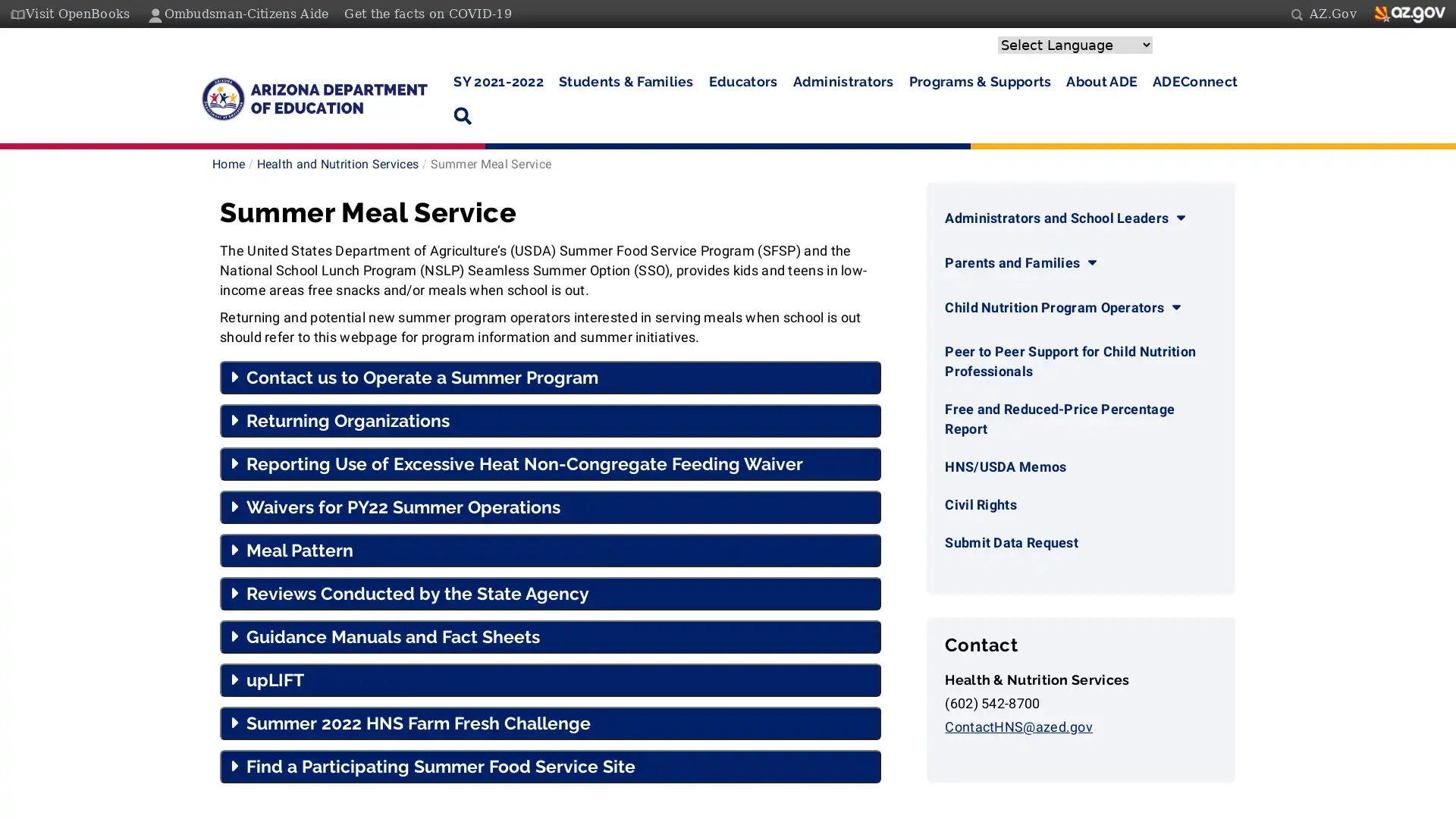 This screenshot has width=1456, height=819. Describe the element at coordinates (1179, 218) in the screenshot. I see `Administrators and School Leaders` at that location.